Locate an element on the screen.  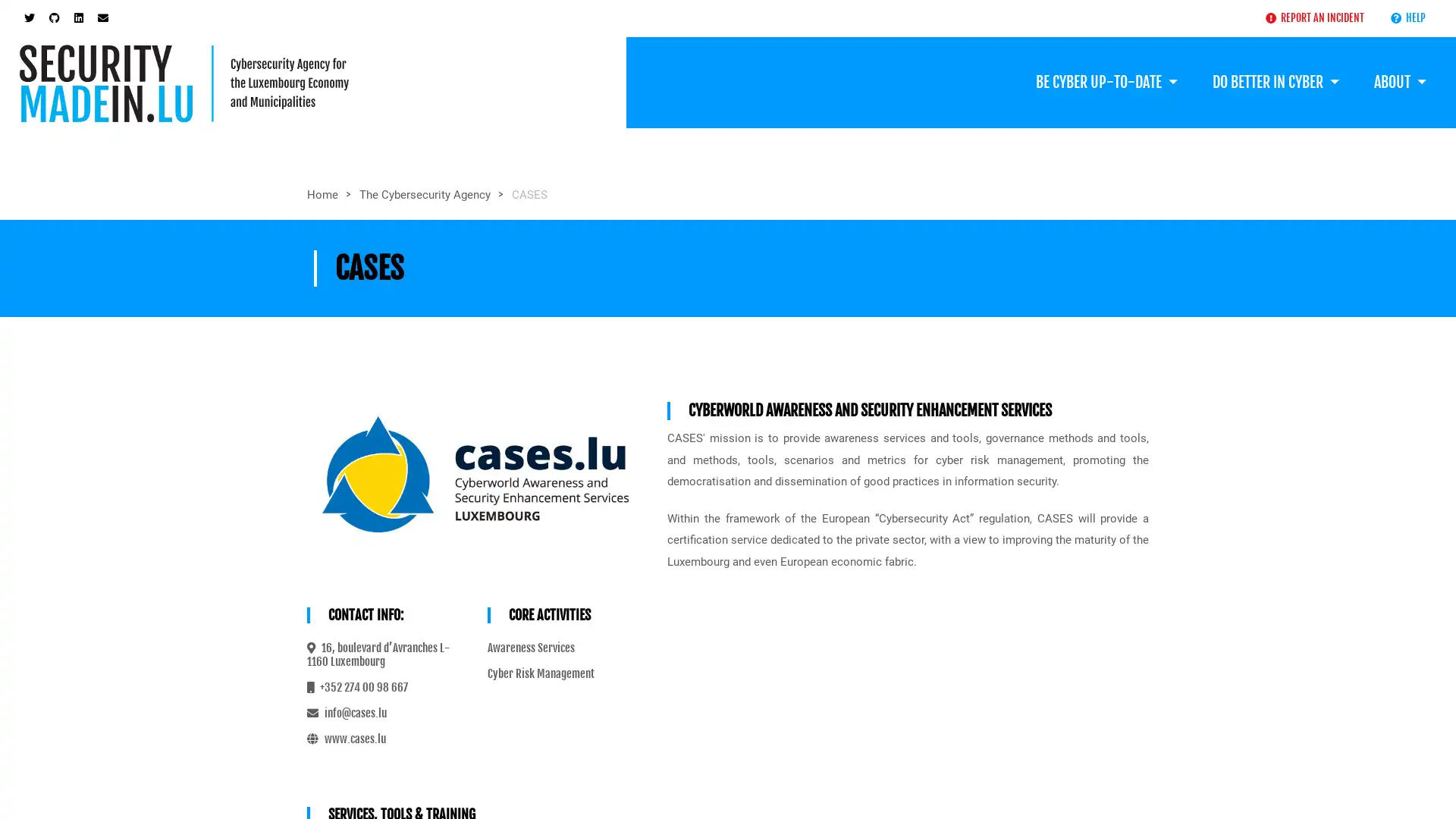
DO BETTER IN CYBER is located at coordinates (1274, 82).